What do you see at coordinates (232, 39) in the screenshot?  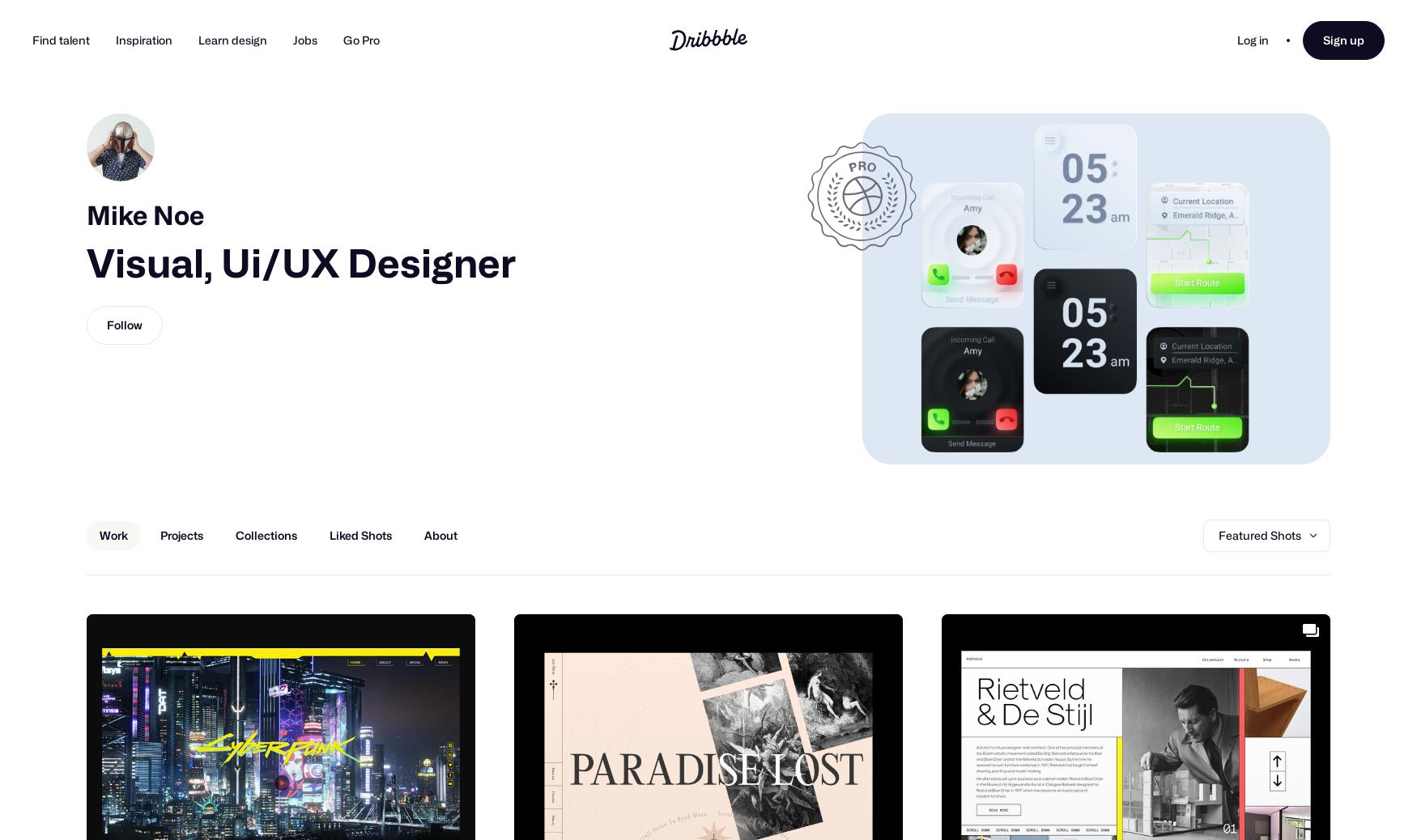 I see `'Learn design'` at bounding box center [232, 39].